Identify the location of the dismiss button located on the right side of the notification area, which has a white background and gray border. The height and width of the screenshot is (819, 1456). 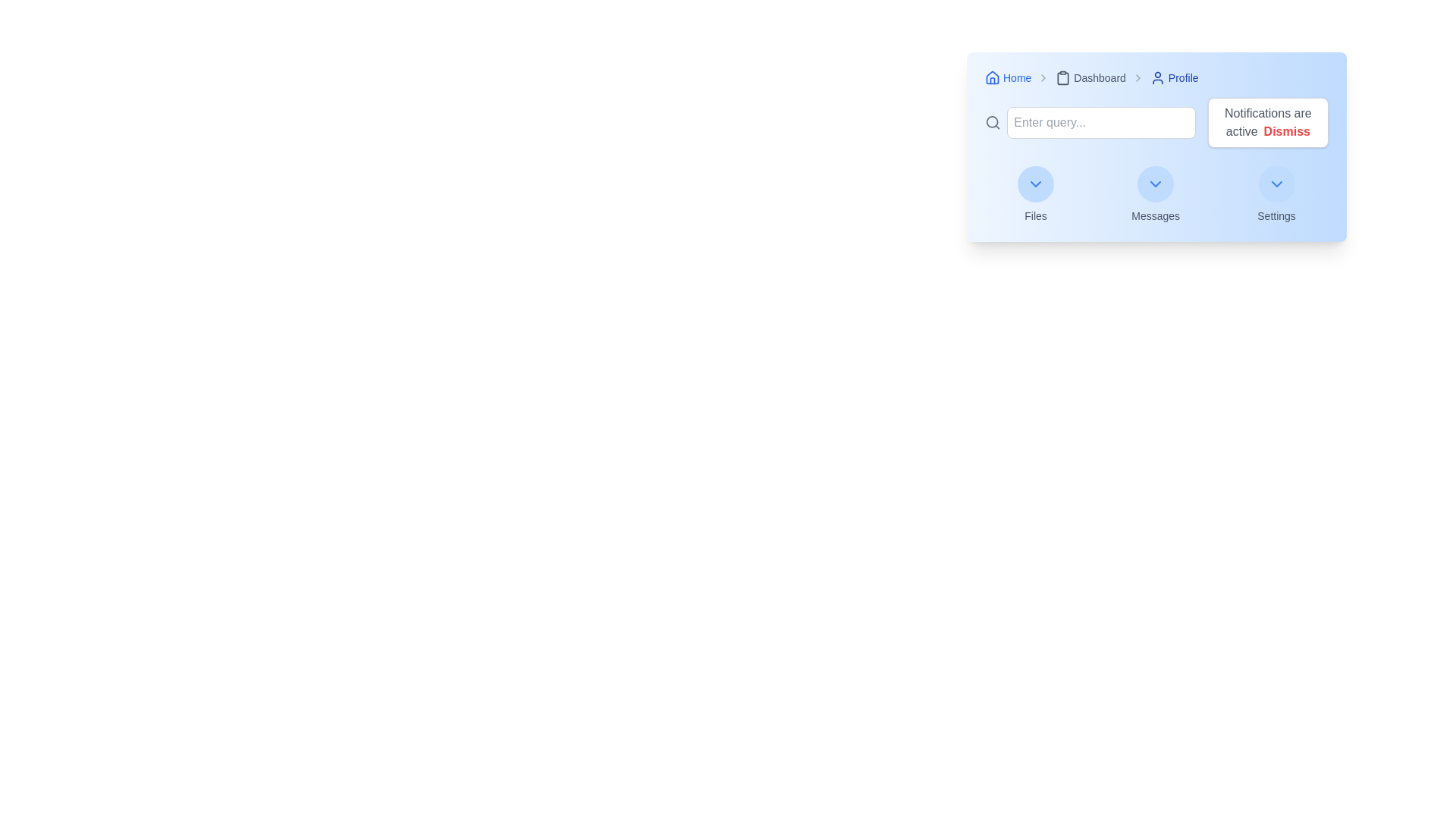
(1286, 130).